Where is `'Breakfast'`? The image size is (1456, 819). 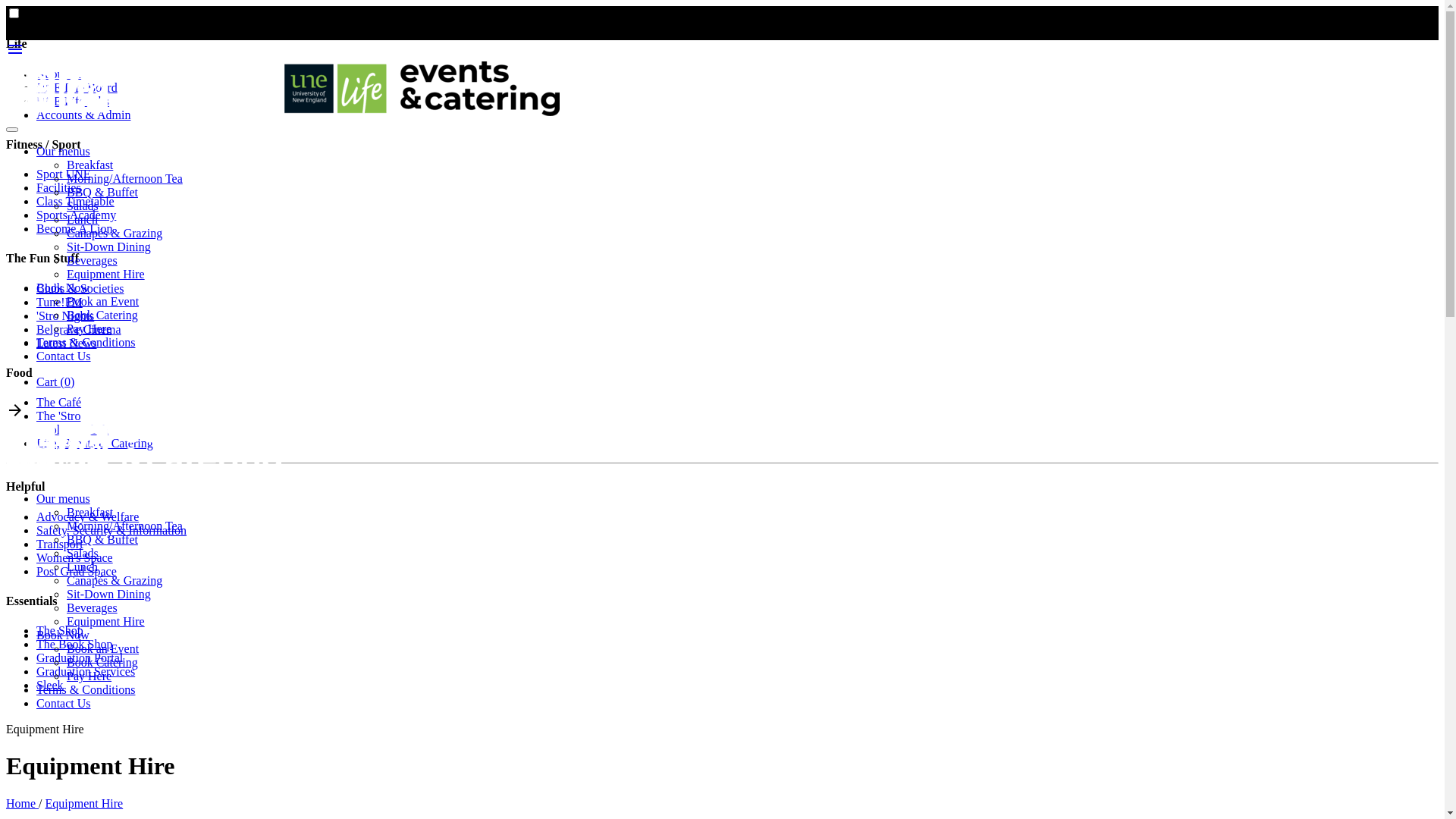 'Breakfast' is located at coordinates (65, 512).